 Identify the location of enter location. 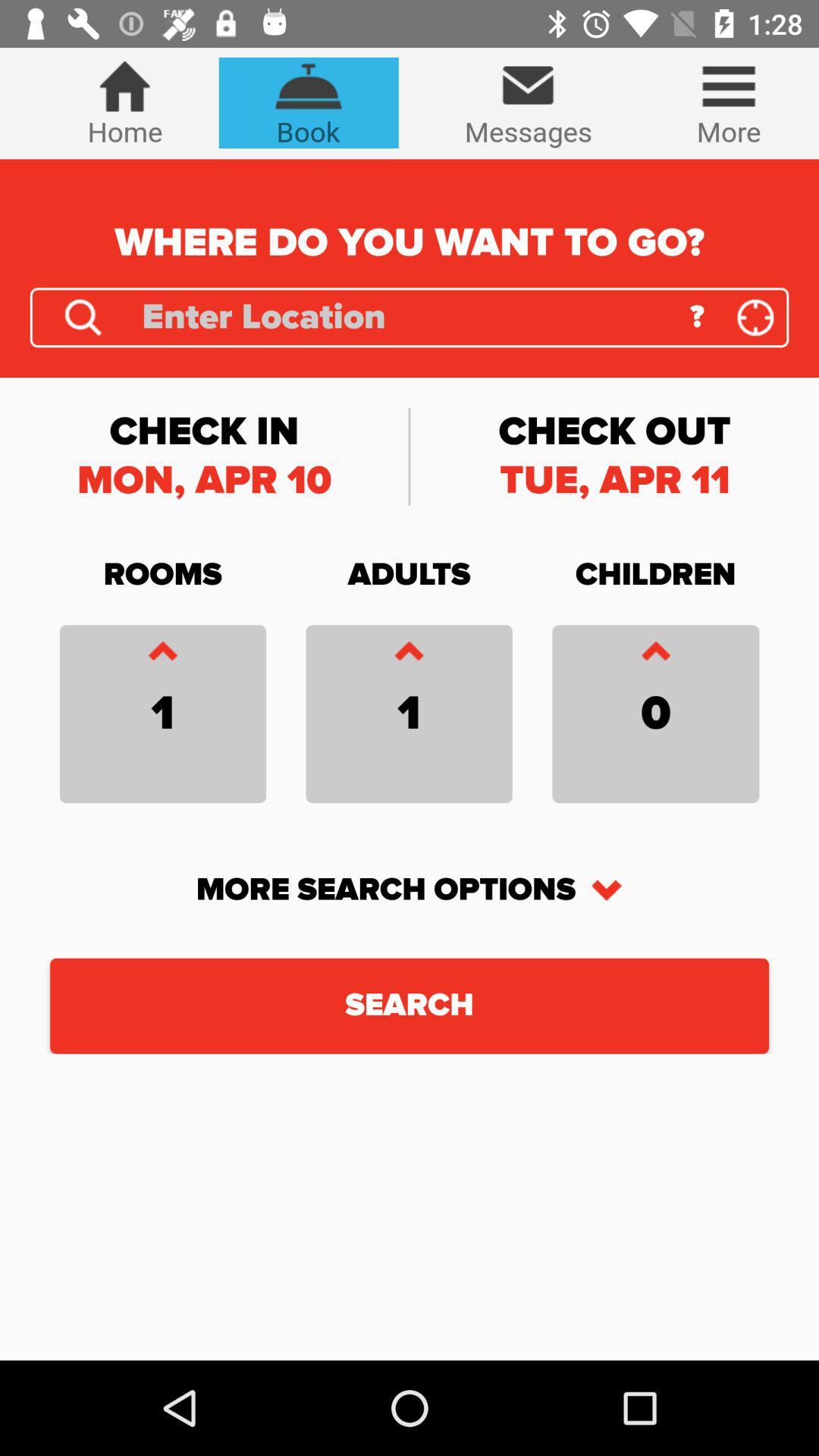
(404, 316).